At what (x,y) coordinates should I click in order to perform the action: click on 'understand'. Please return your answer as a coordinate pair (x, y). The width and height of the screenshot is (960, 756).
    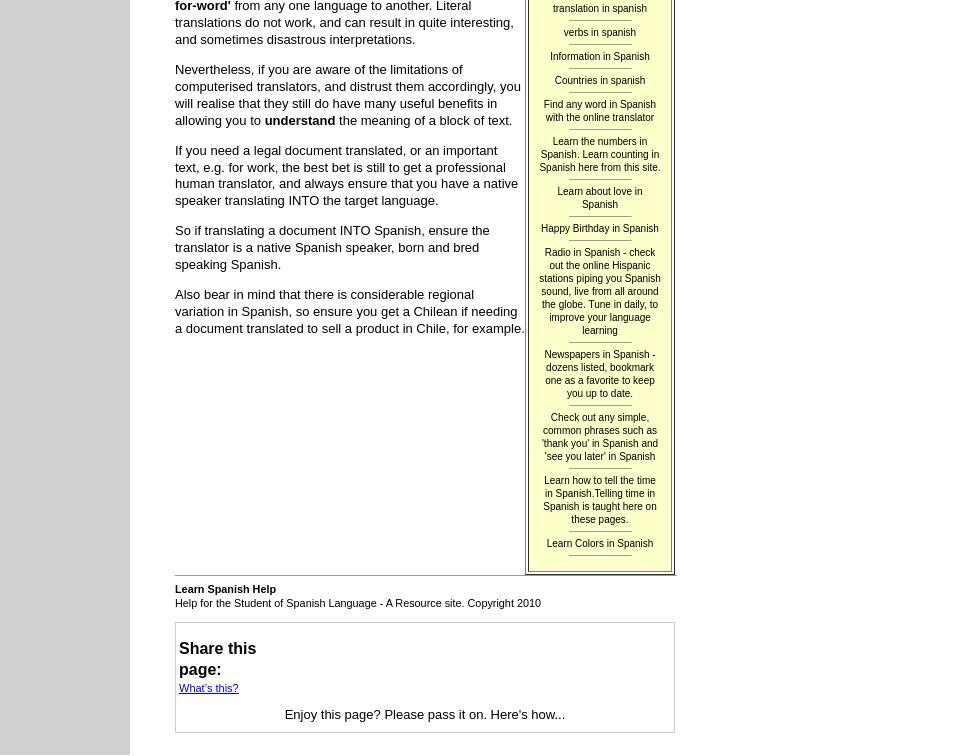
    Looking at the image, I should click on (298, 119).